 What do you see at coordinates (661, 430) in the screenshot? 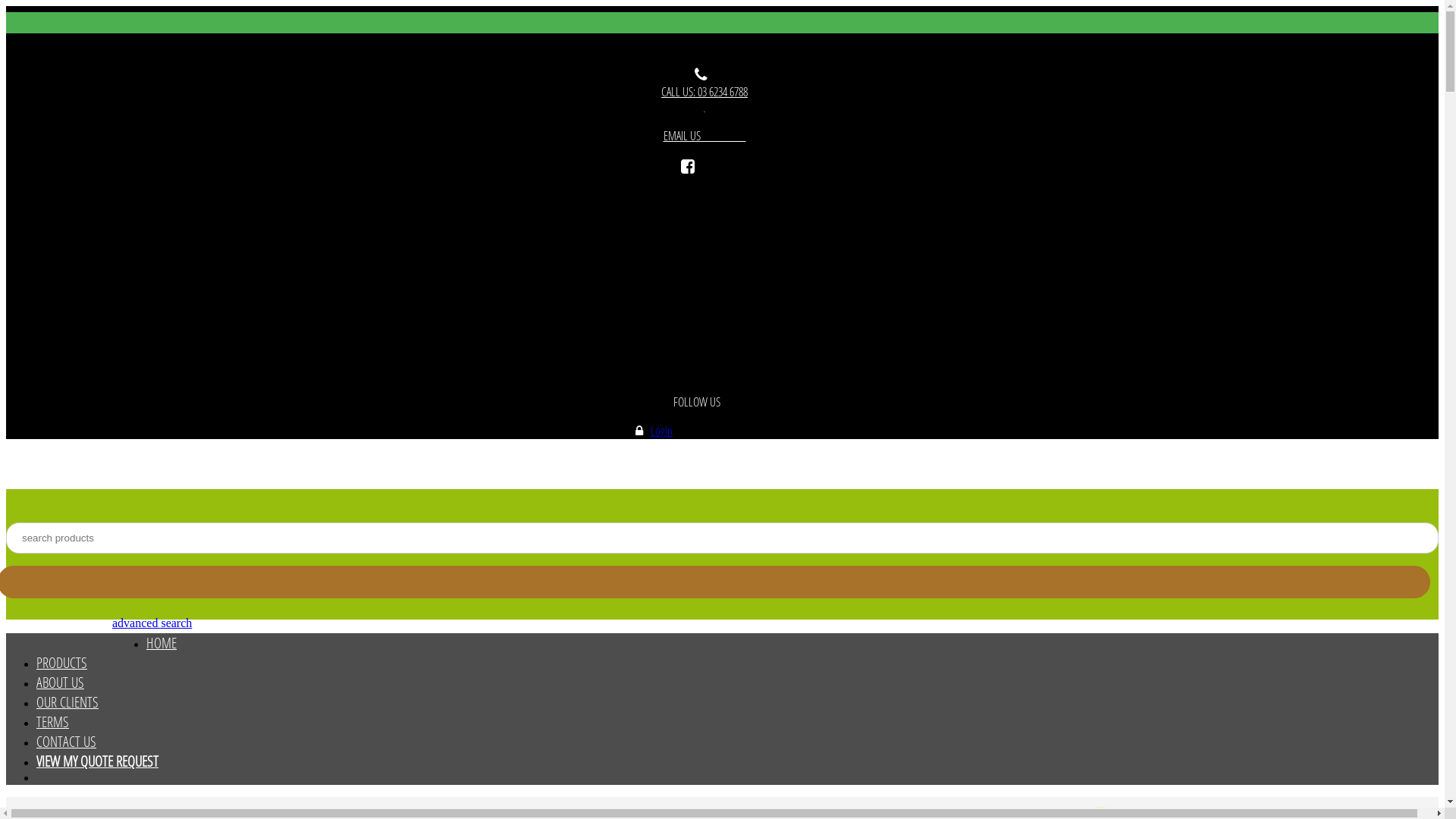
I see `'Login'` at bounding box center [661, 430].